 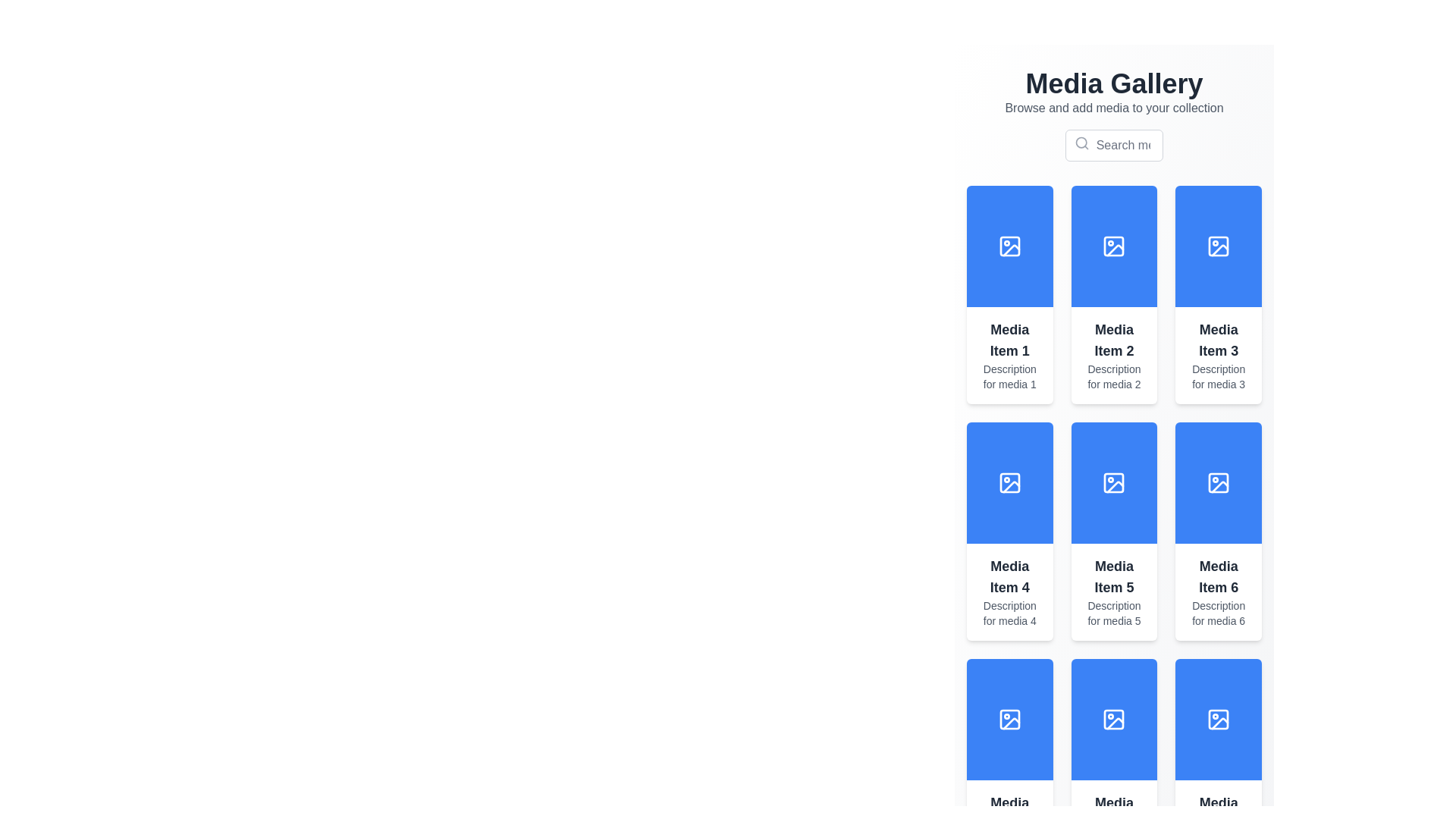 I want to click on the image placeholder located inside 'Media Item 4' in the second row and second column of the grid layout to interact with it, so click(x=1009, y=482).